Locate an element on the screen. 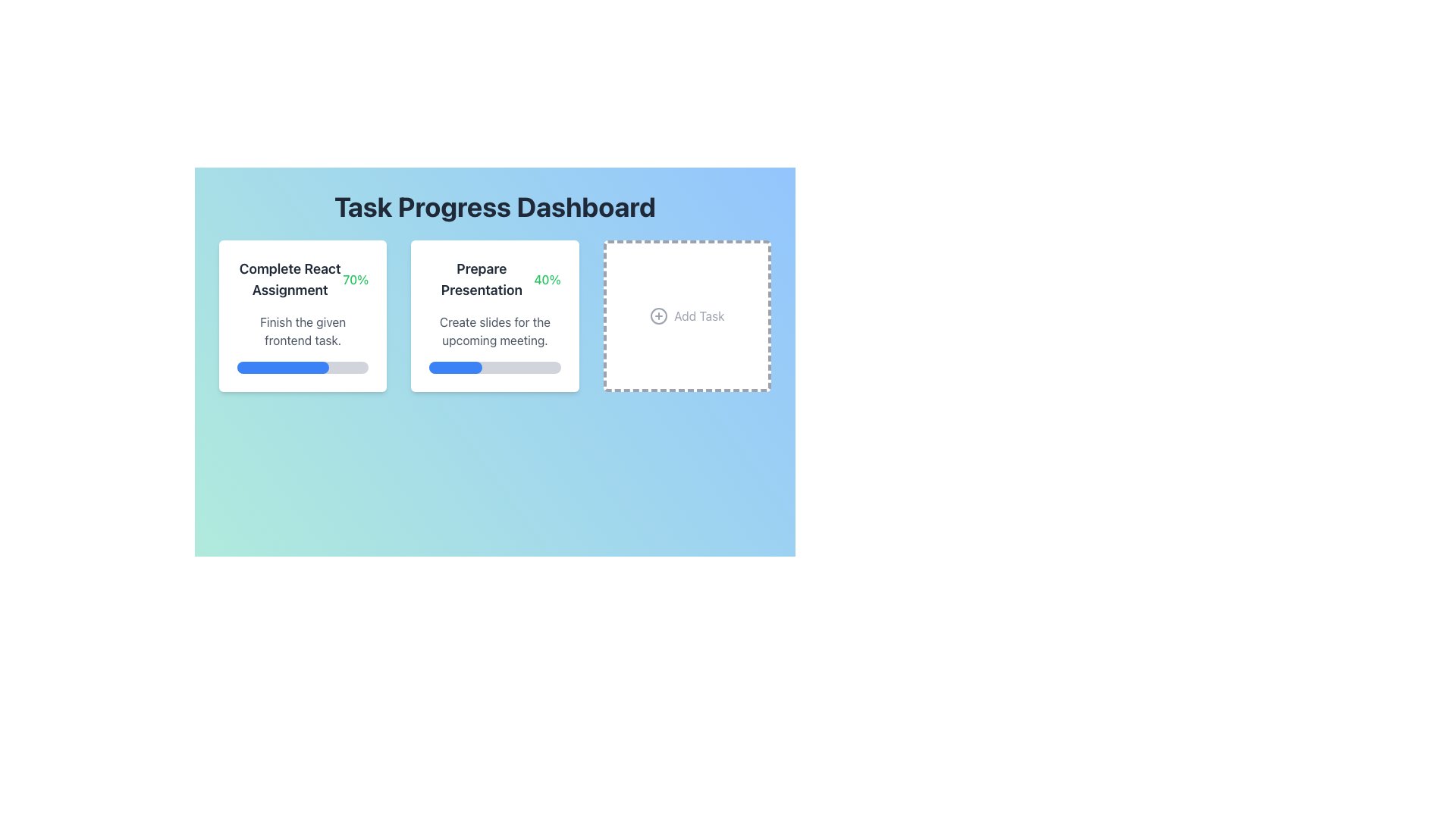 The width and height of the screenshot is (1456, 819). the blue Progress Indicator located within the 'Prepare Presentation' card, which is a horizontally oriented bar indicating progress, positioned centrally below the card's textual description is located at coordinates (454, 368).